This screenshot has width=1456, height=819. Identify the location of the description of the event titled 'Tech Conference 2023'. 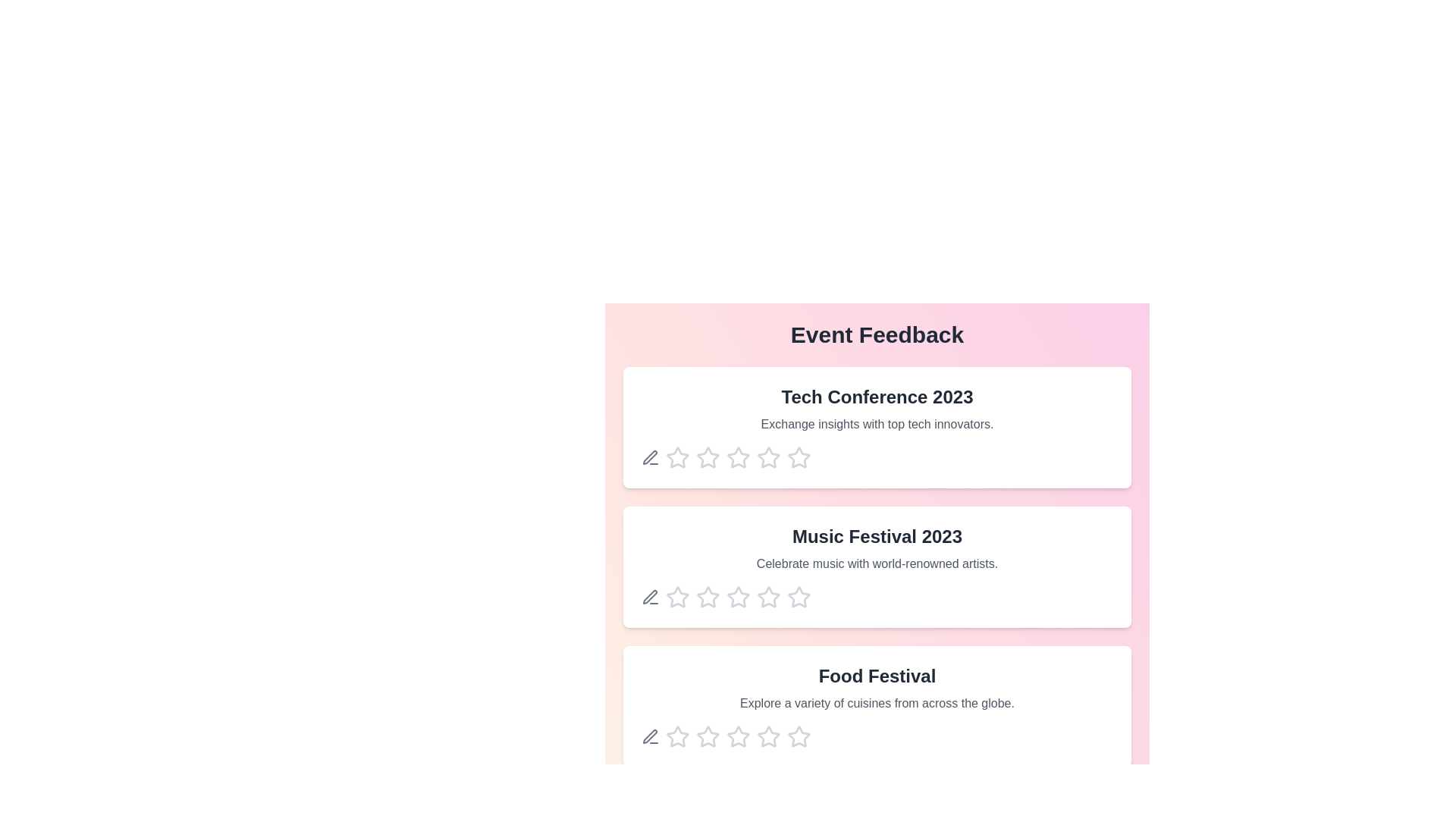
(877, 427).